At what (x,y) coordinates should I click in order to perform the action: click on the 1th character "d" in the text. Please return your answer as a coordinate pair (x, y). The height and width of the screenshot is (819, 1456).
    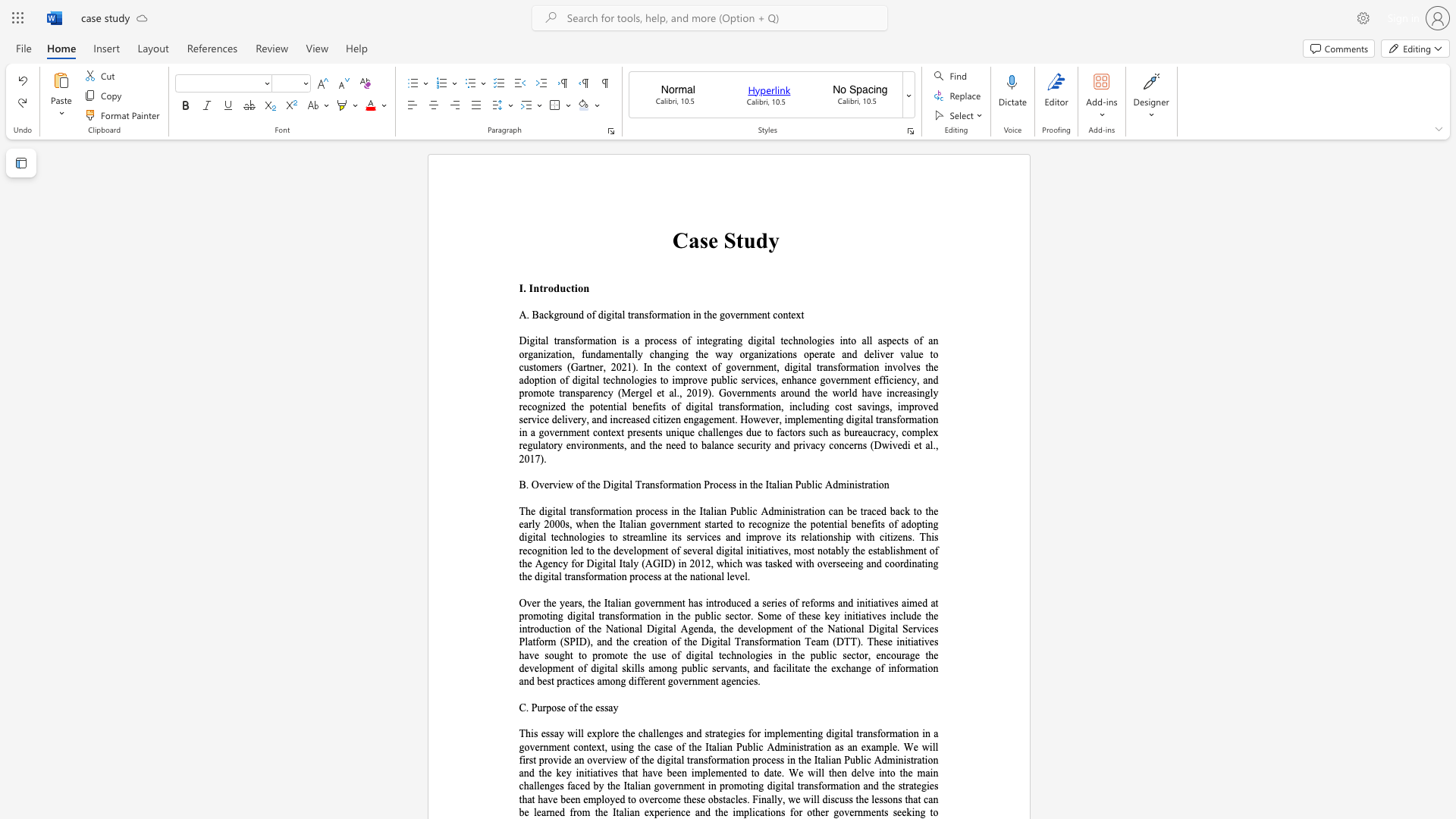
    Looking at the image, I should click on (556, 288).